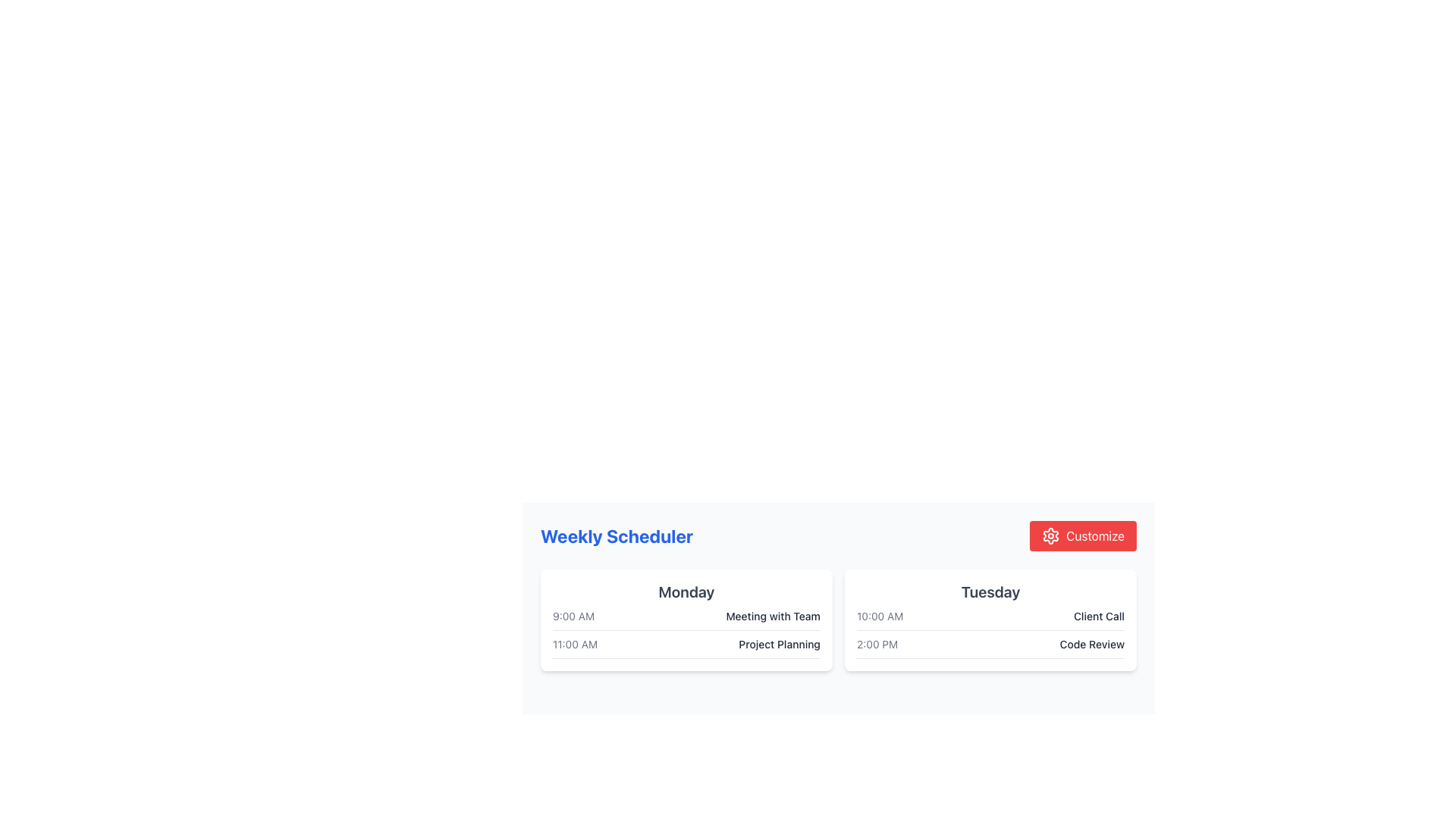 This screenshot has width=1456, height=819. Describe the element at coordinates (837, 620) in the screenshot. I see `the individual days in the grid layout of the Weekly Scheduler, which contains schedule blocks for Monday and Tuesday` at that location.